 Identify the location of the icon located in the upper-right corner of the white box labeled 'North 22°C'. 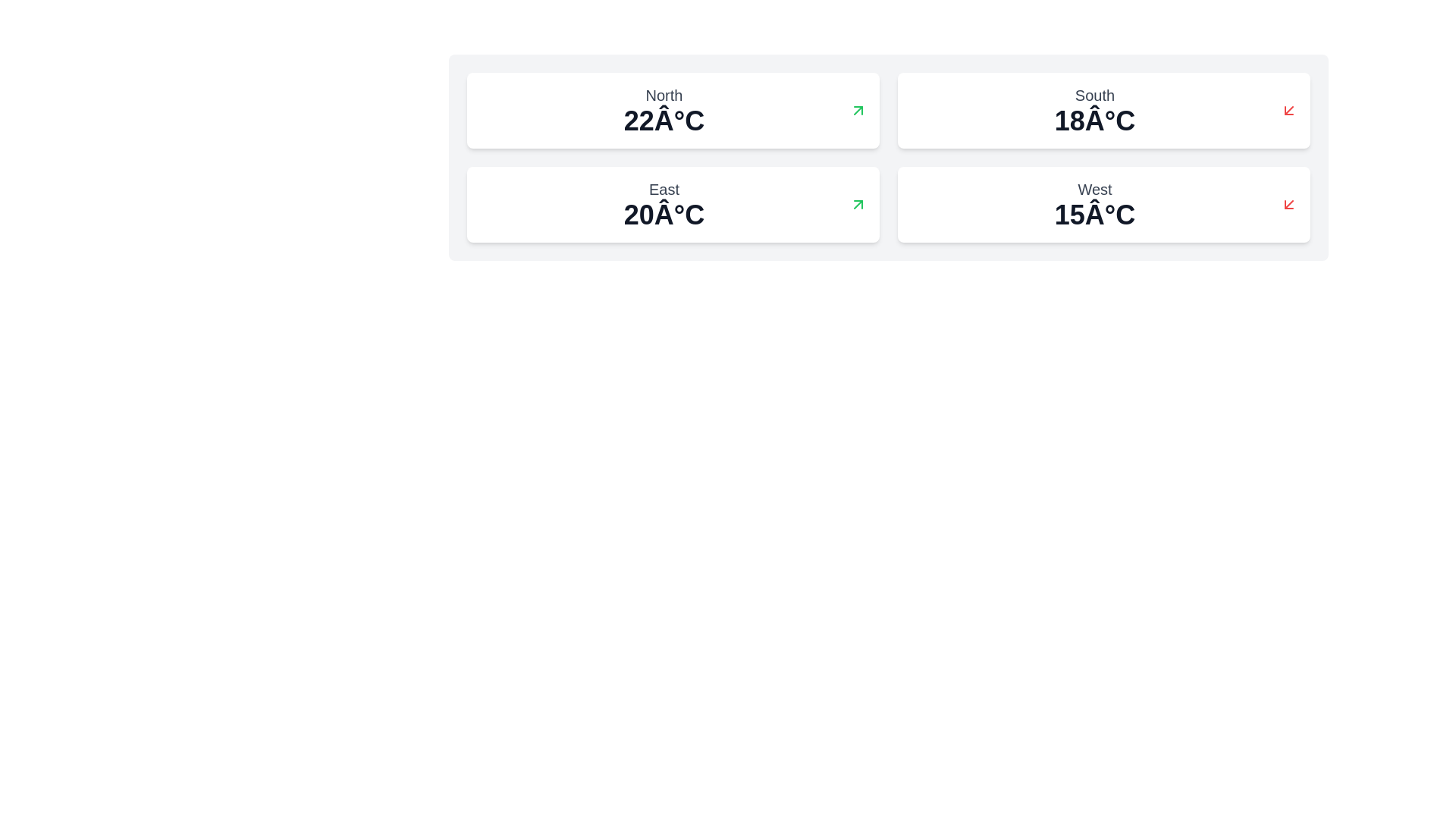
(858, 110).